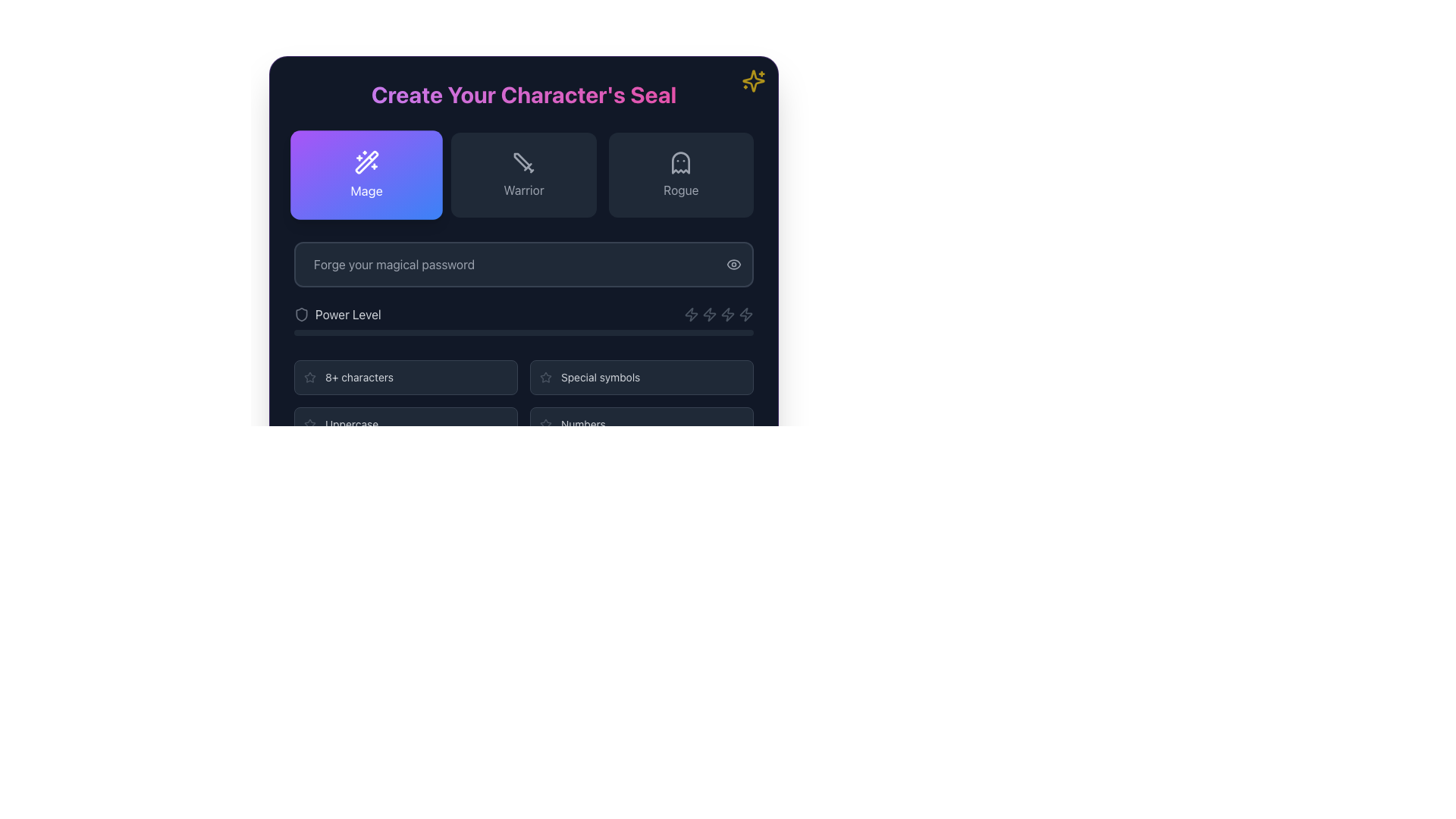 This screenshot has height=819, width=1456. Describe the element at coordinates (524, 174) in the screenshot. I see `the 'Warrior' character class selection button located in the middle of the three-button row below the 'Create Your Character's Seal' header` at that location.